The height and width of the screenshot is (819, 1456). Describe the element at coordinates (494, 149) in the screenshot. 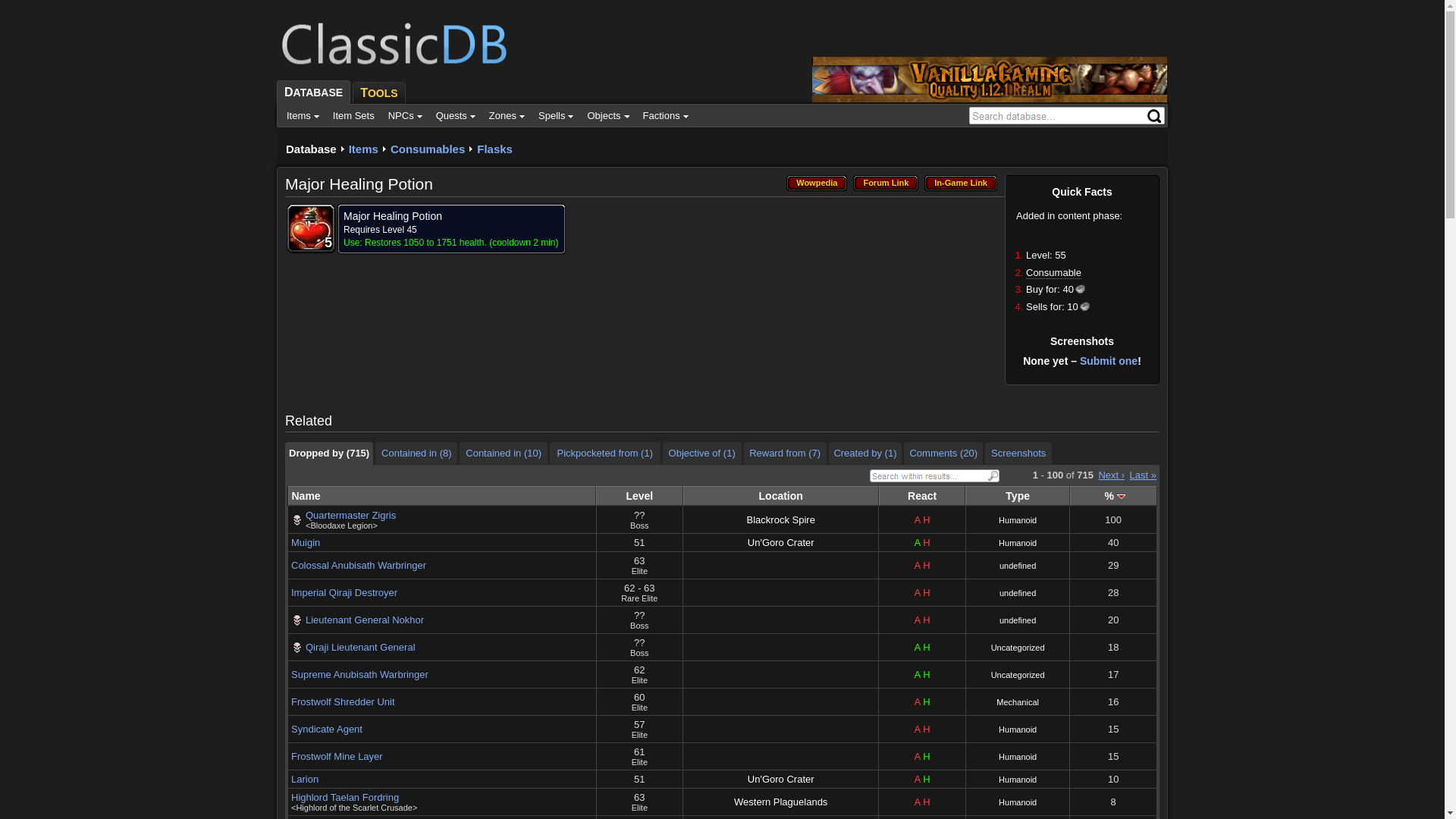

I see `'Flasks'` at that location.